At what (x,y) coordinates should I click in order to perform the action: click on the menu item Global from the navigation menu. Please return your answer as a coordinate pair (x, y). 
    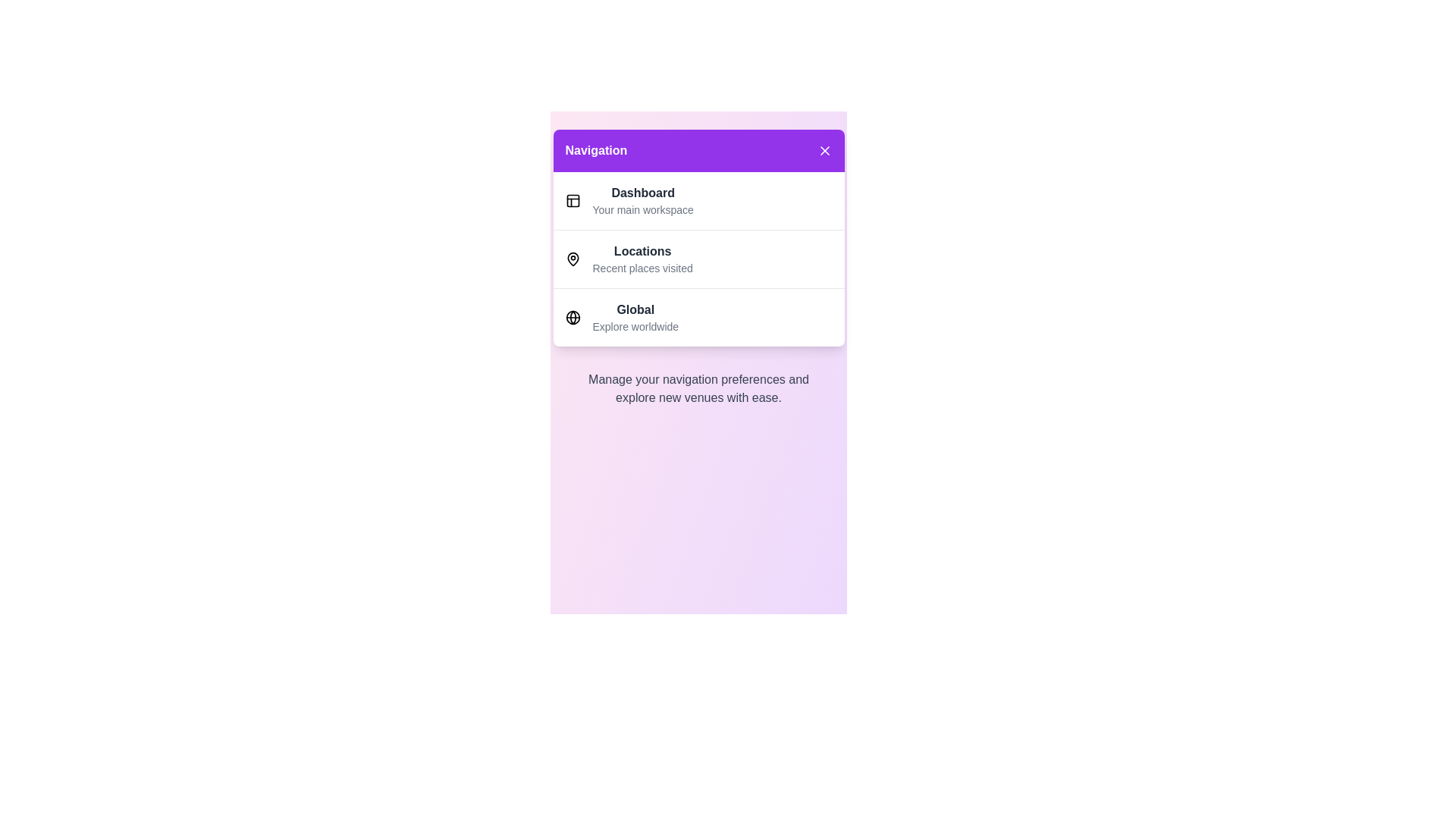
    Looking at the image, I should click on (644, 315).